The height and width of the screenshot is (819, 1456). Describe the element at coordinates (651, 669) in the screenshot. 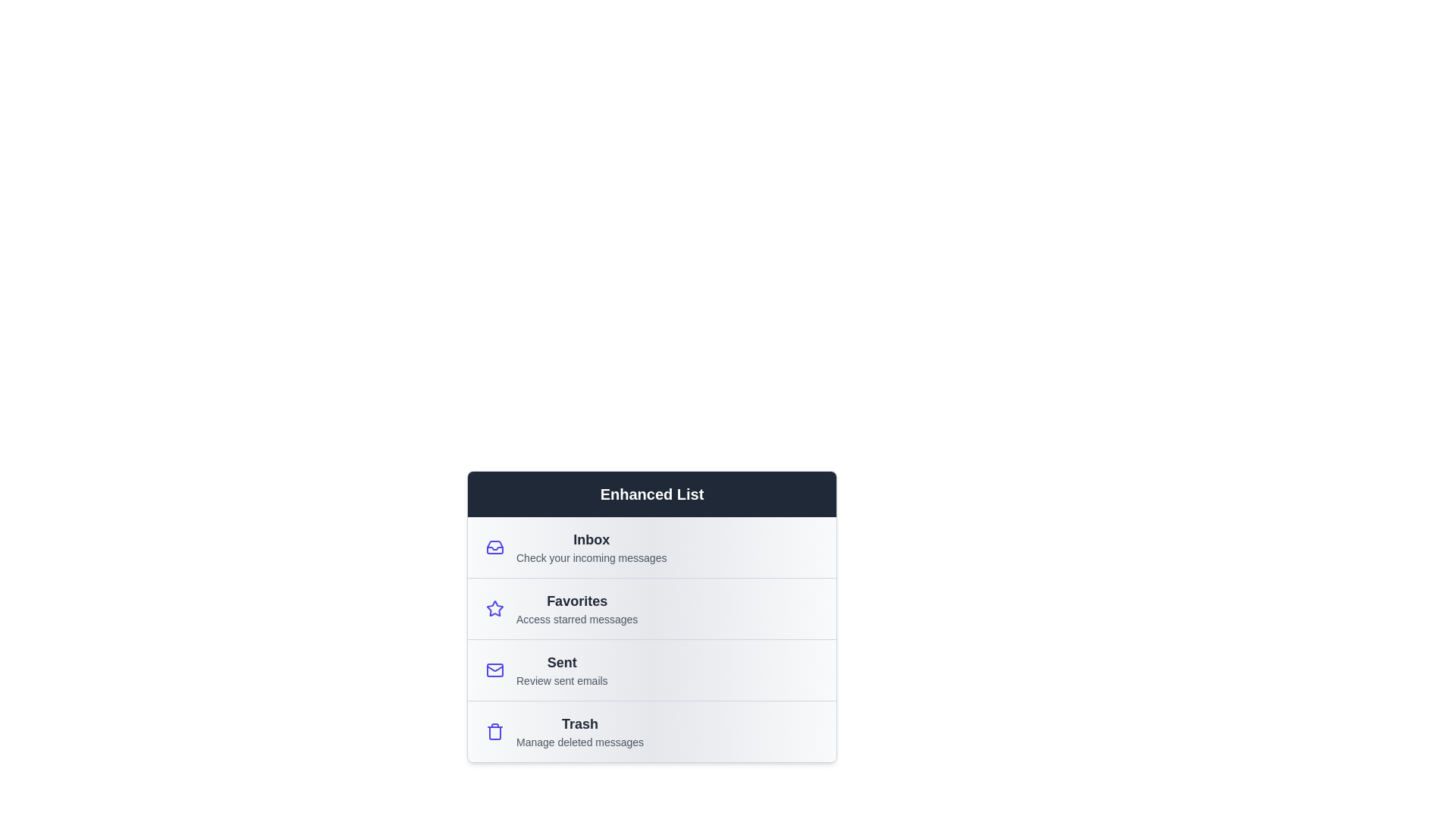

I see `the third item in the 'Enhanced List' which reads 'Sent'` at that location.